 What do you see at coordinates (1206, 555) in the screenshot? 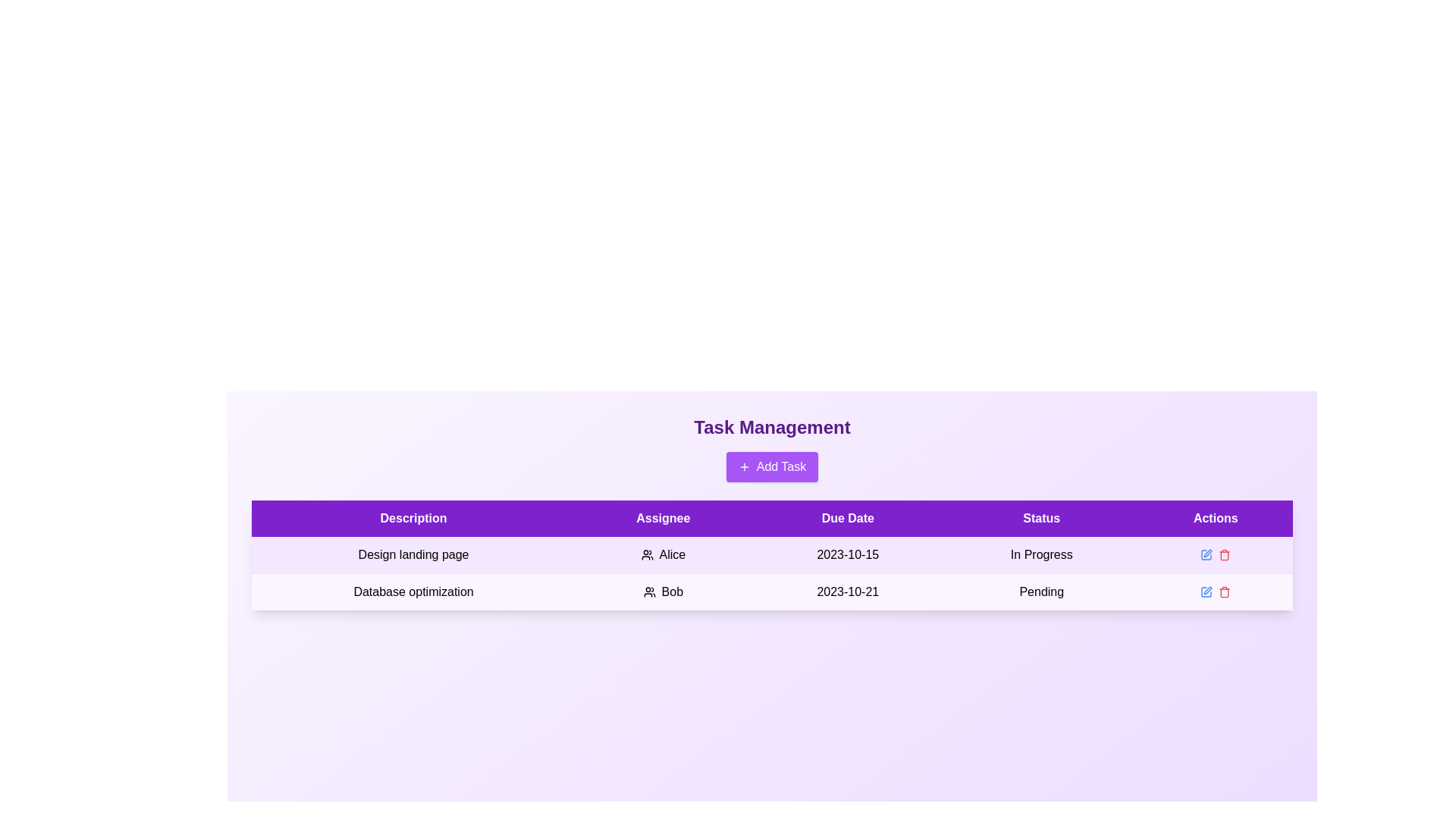
I see `the edit button with an icon in the 'Actions' column of the second row of the task table` at bounding box center [1206, 555].